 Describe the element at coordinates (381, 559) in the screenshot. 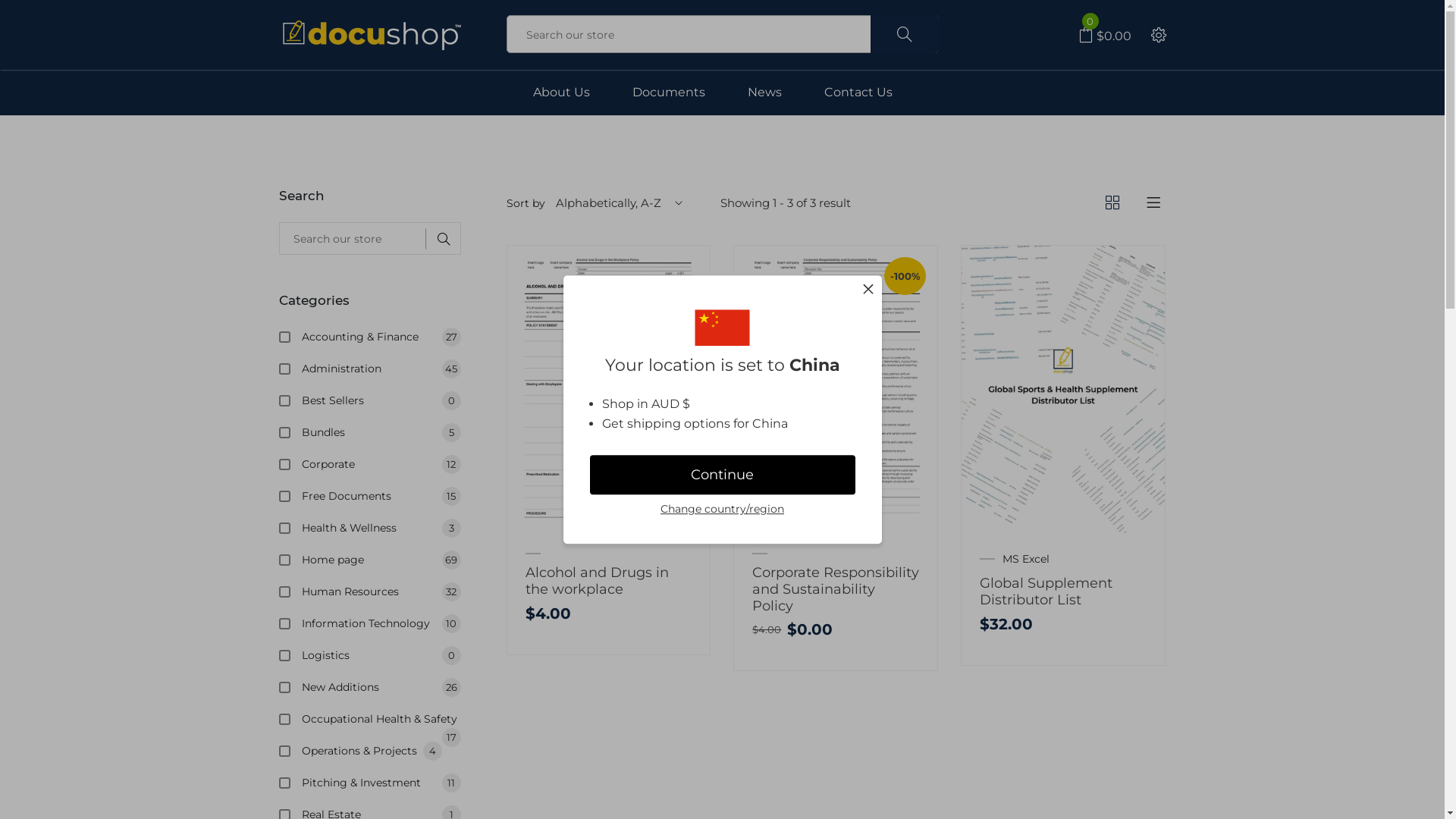

I see `'Home page` at that location.